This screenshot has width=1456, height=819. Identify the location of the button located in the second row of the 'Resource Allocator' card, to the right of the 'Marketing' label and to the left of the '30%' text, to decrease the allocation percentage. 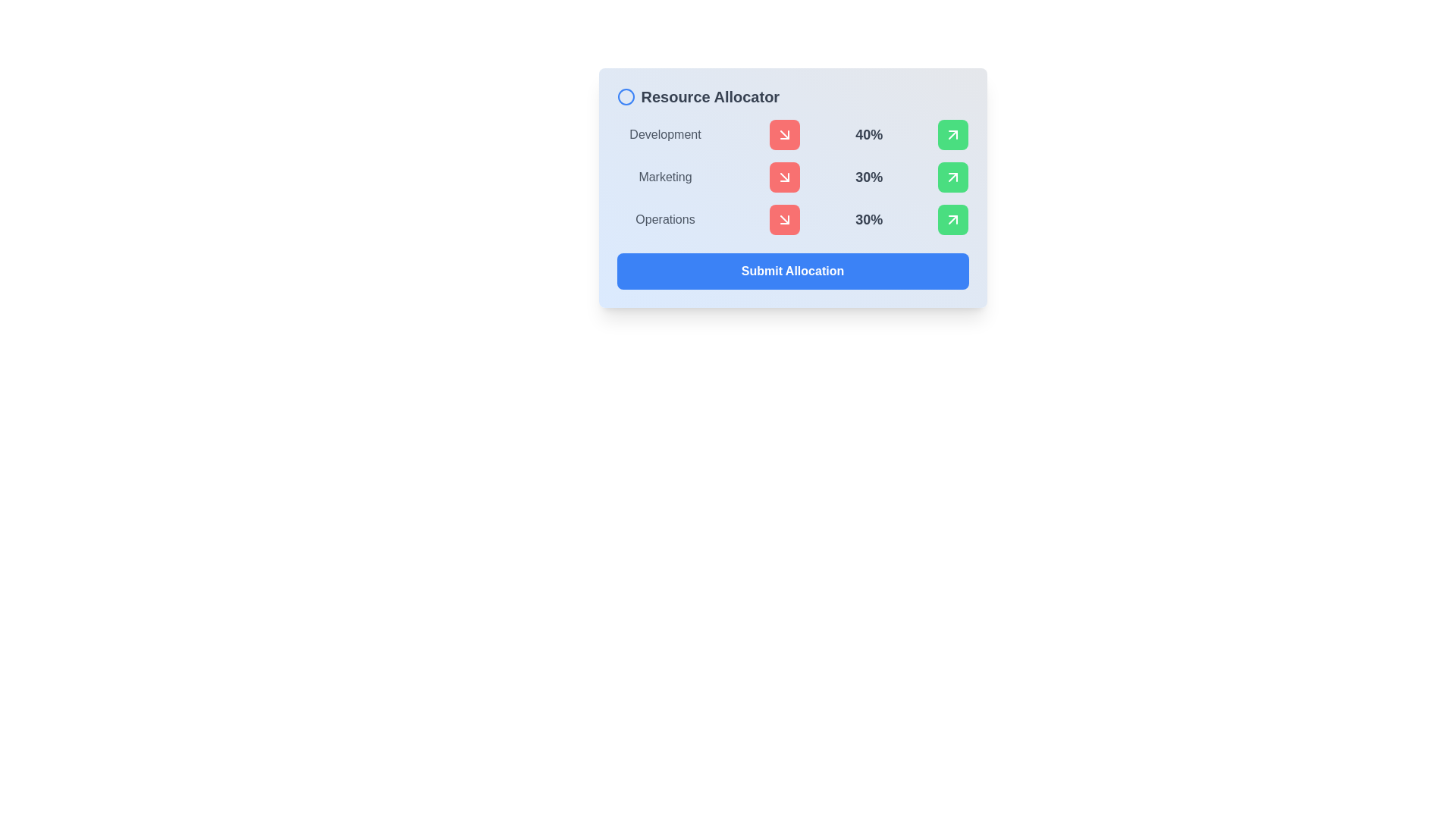
(792, 177).